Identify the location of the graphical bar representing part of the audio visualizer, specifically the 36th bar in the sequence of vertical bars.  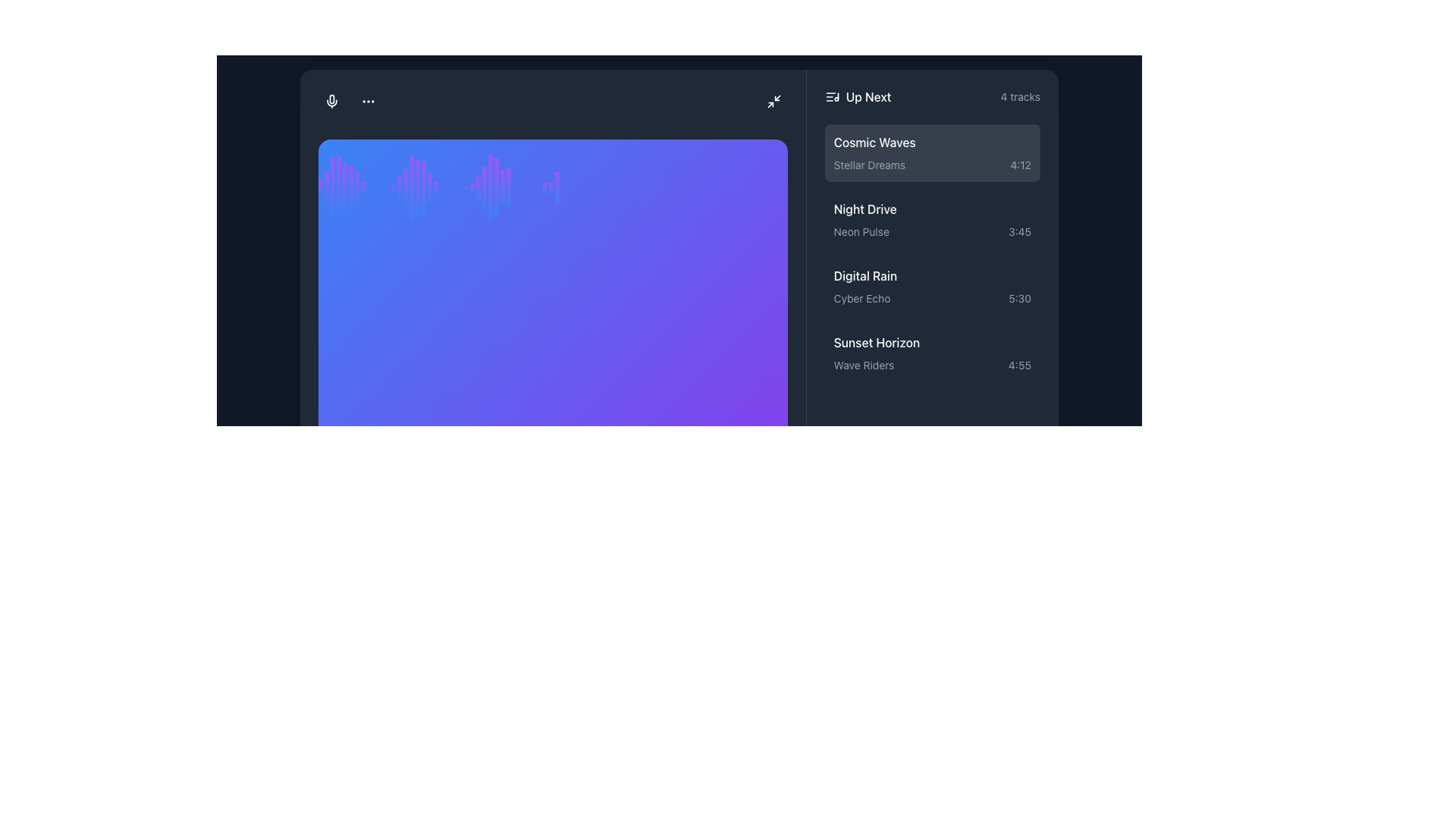
(556, 186).